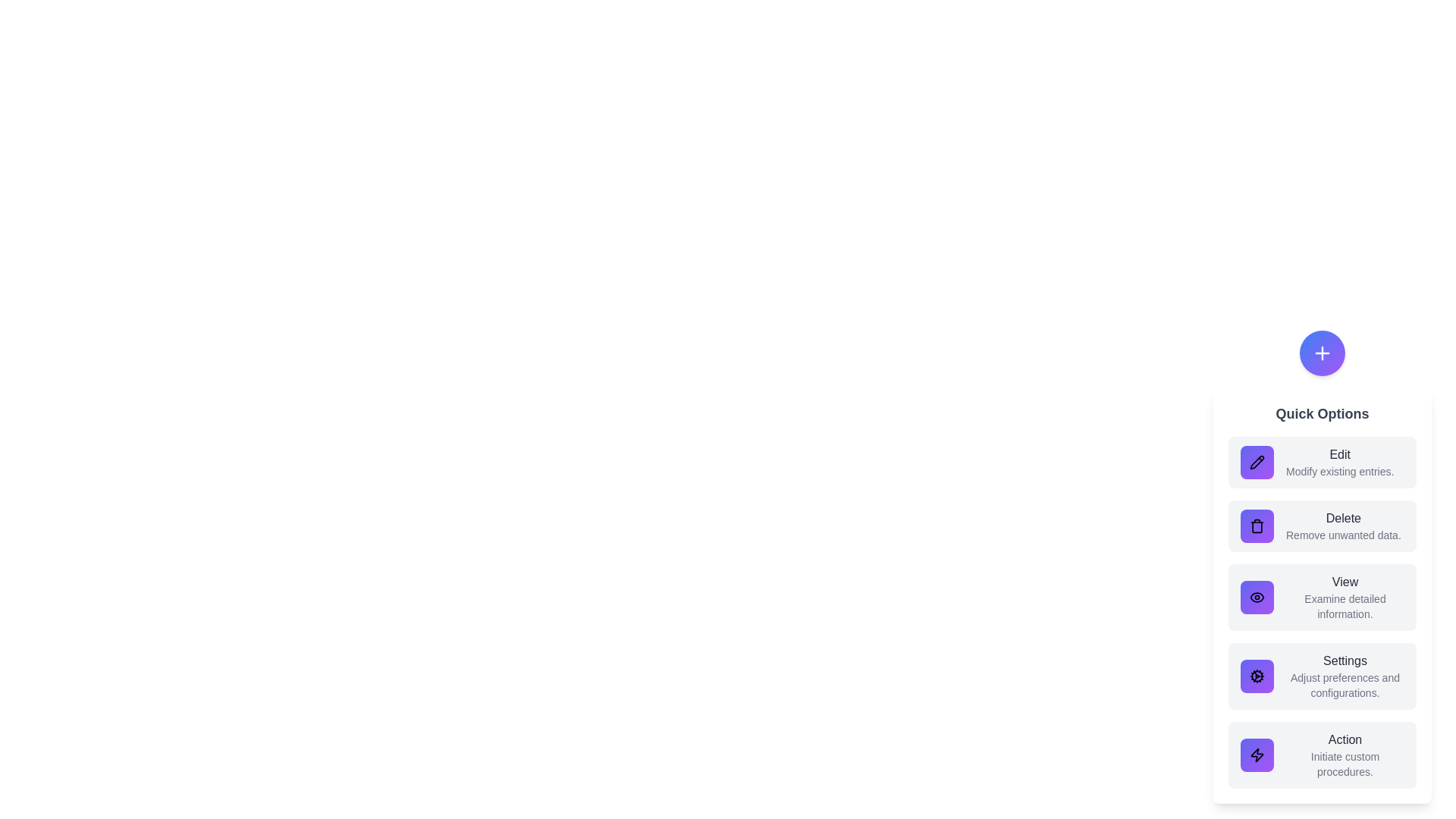 The image size is (1456, 819). I want to click on the Action option from the list, so click(1321, 755).